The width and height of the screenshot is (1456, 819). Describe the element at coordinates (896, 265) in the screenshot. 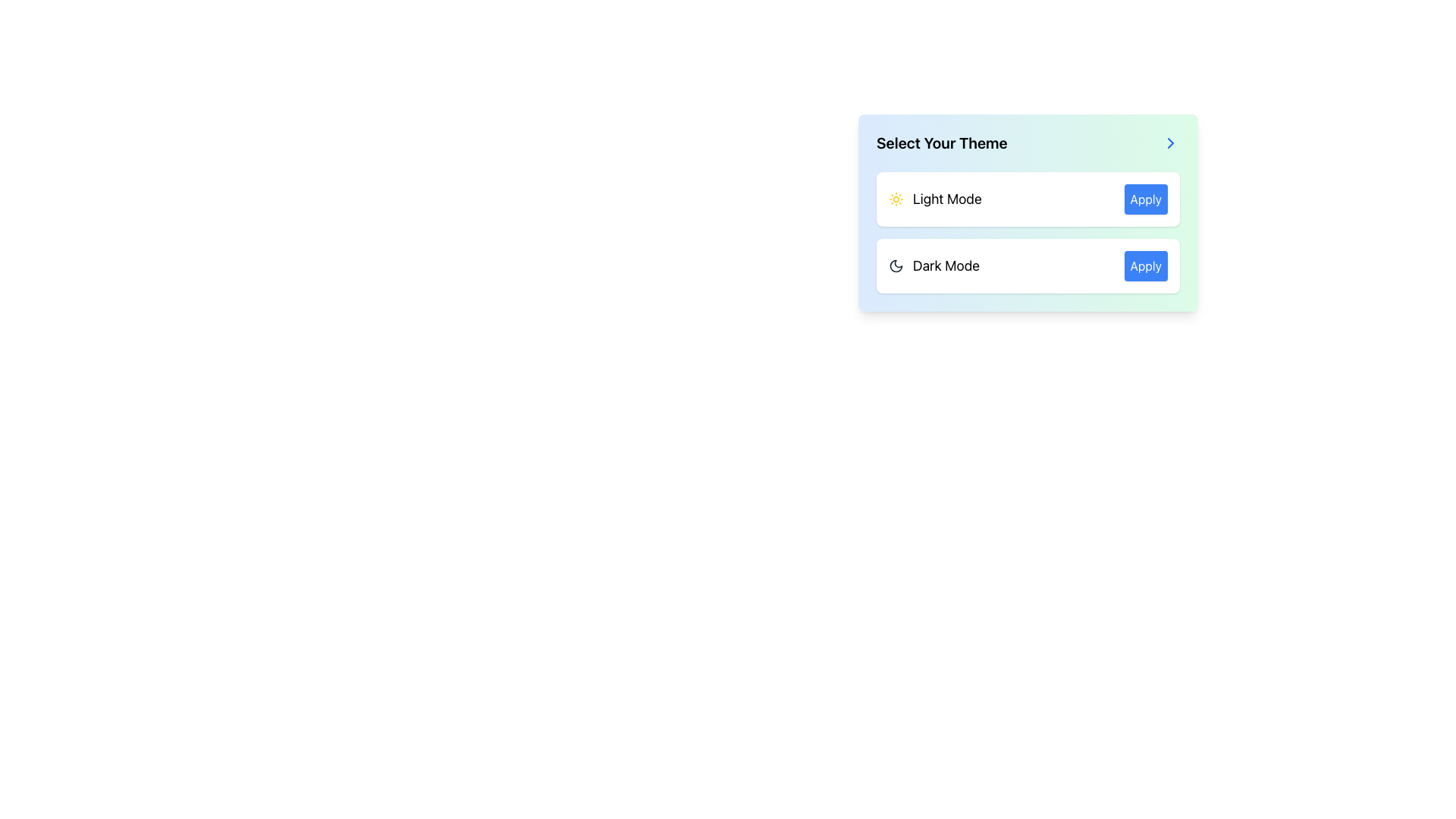

I see `the circular dark gray crescent moon icon representing the 'Dark Mode' option, which is located to the left of the 'Dark Mode' text` at that location.